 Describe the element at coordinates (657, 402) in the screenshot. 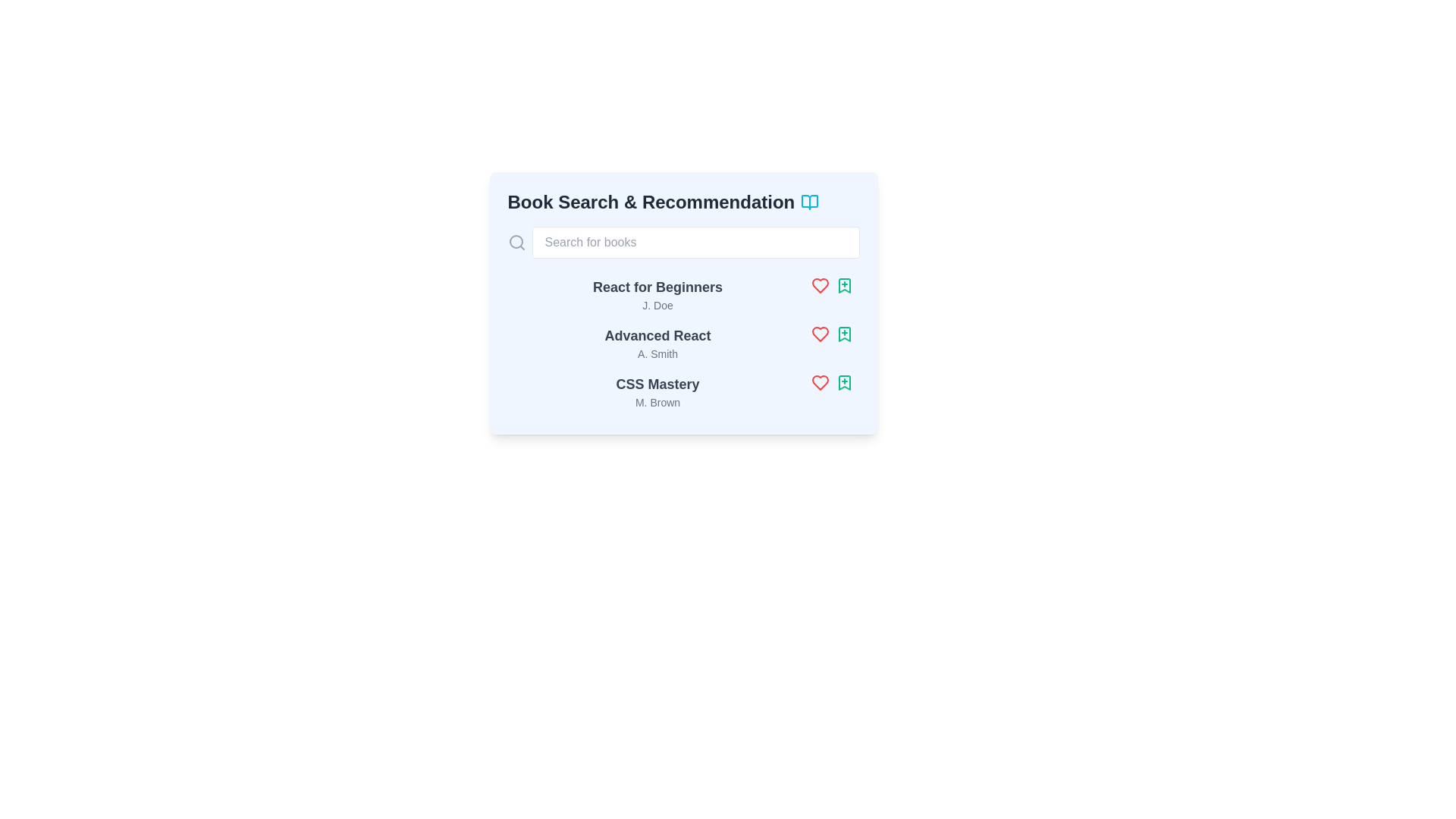

I see `the text label displaying 'M. Brown' which is styled in gray and located beneath the heading 'CSS Mastery'` at that location.